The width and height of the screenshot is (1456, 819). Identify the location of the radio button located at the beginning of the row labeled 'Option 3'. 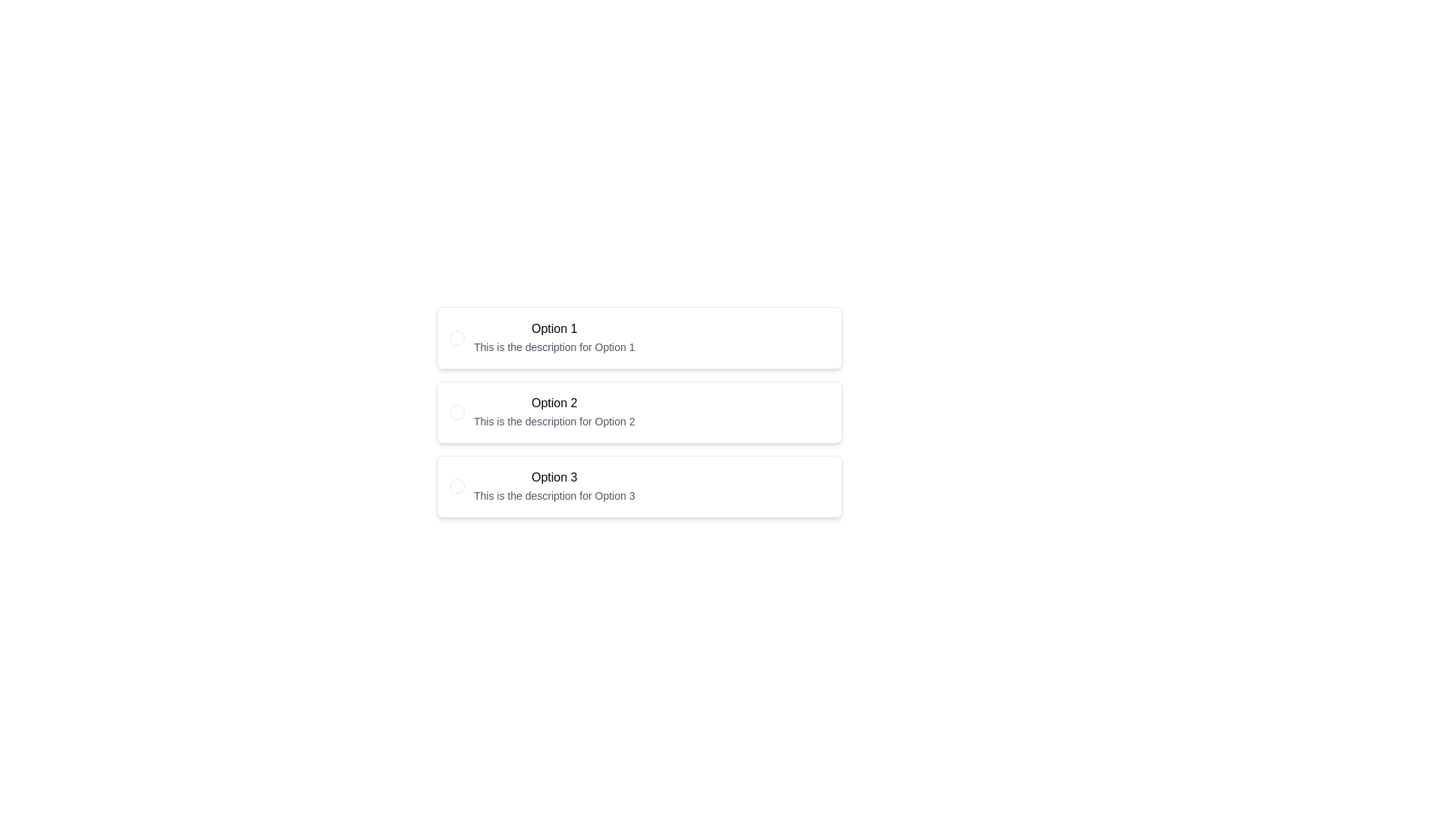
(457, 486).